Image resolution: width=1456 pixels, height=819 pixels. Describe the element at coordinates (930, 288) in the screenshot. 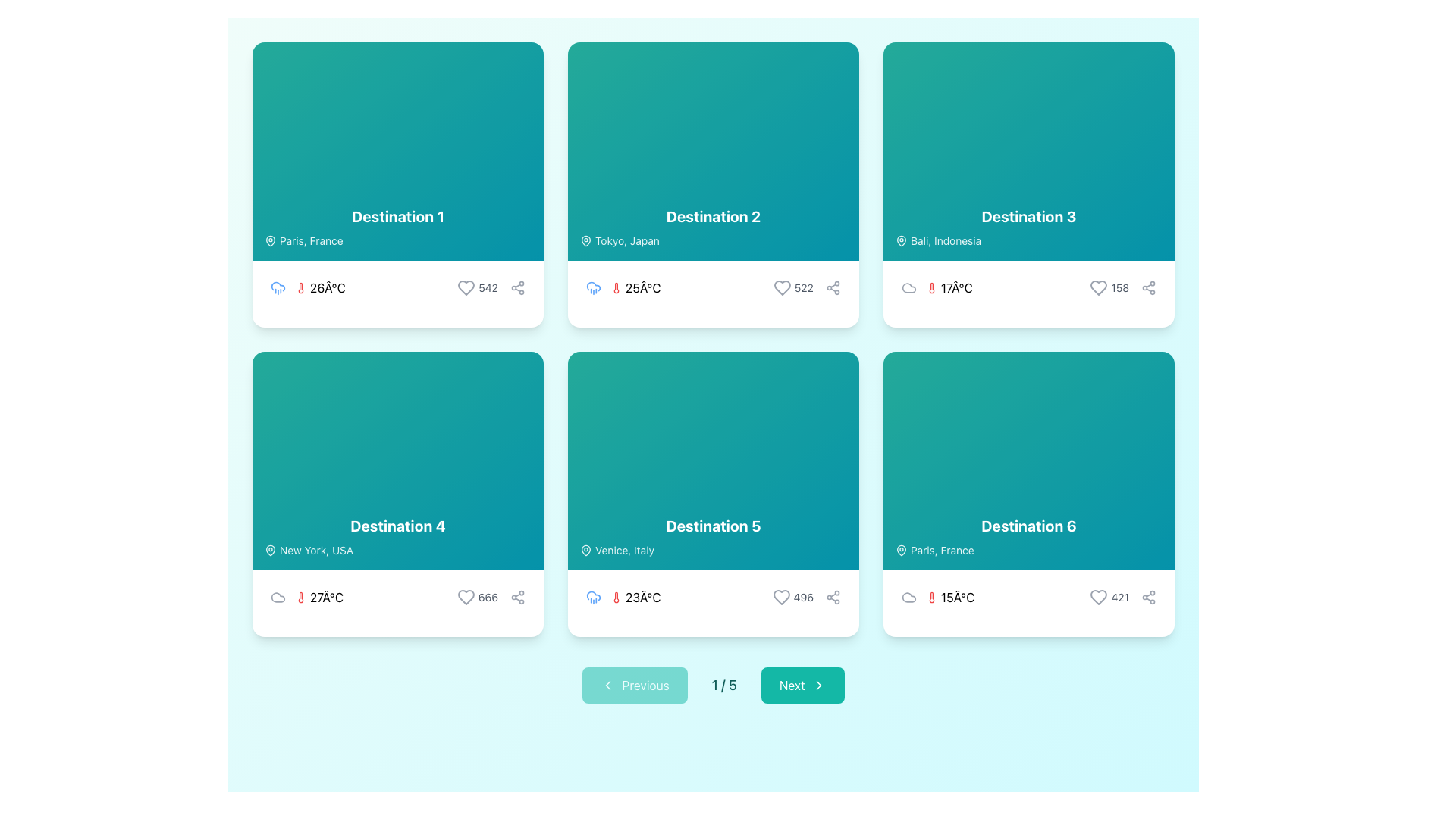

I see `the red thermometer icon located in the weather information row of the 'Destination 3' card, next to the temperature text ('17°C')` at that location.